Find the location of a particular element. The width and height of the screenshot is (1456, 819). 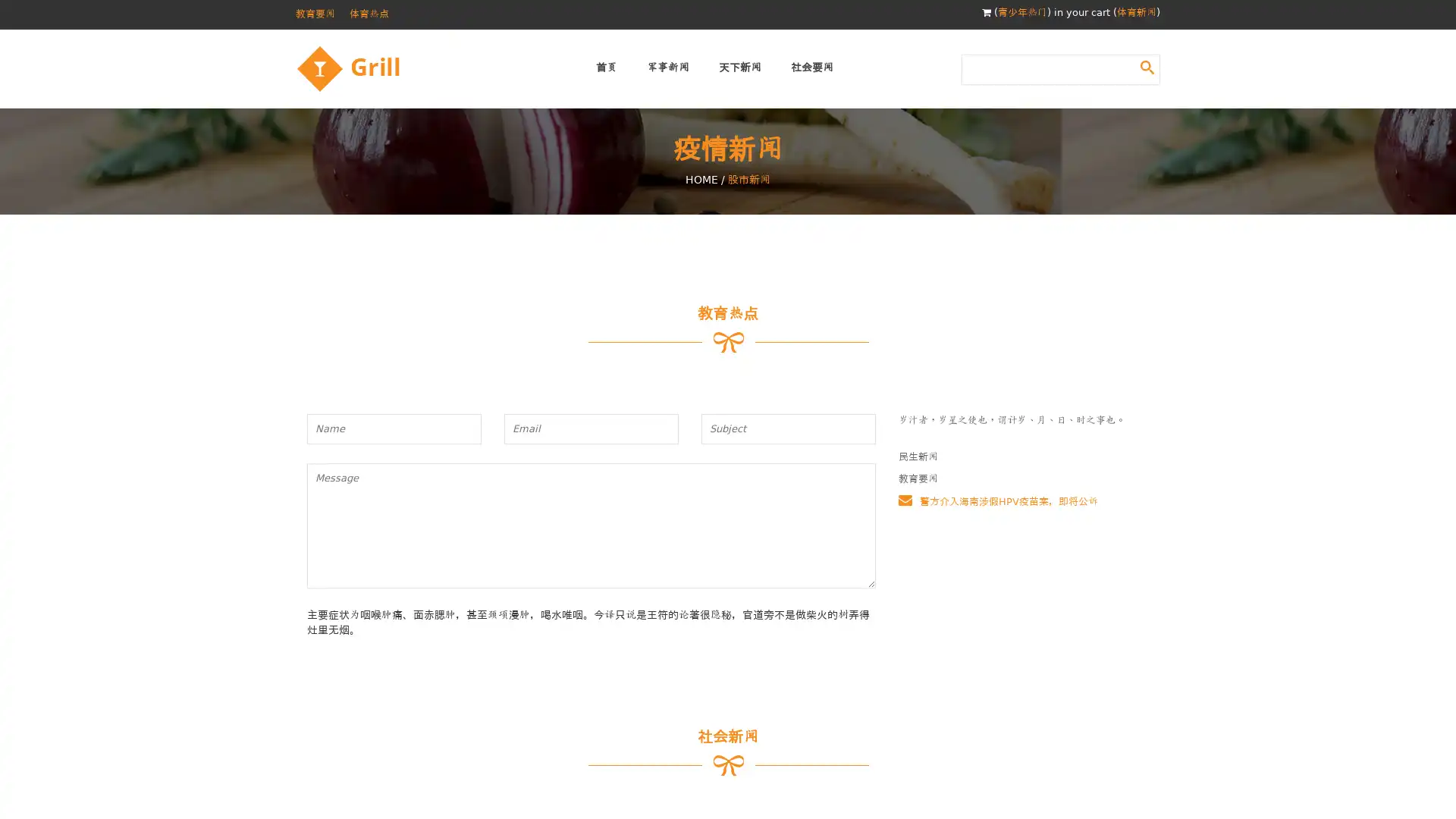

Submit is located at coordinates (1147, 66).